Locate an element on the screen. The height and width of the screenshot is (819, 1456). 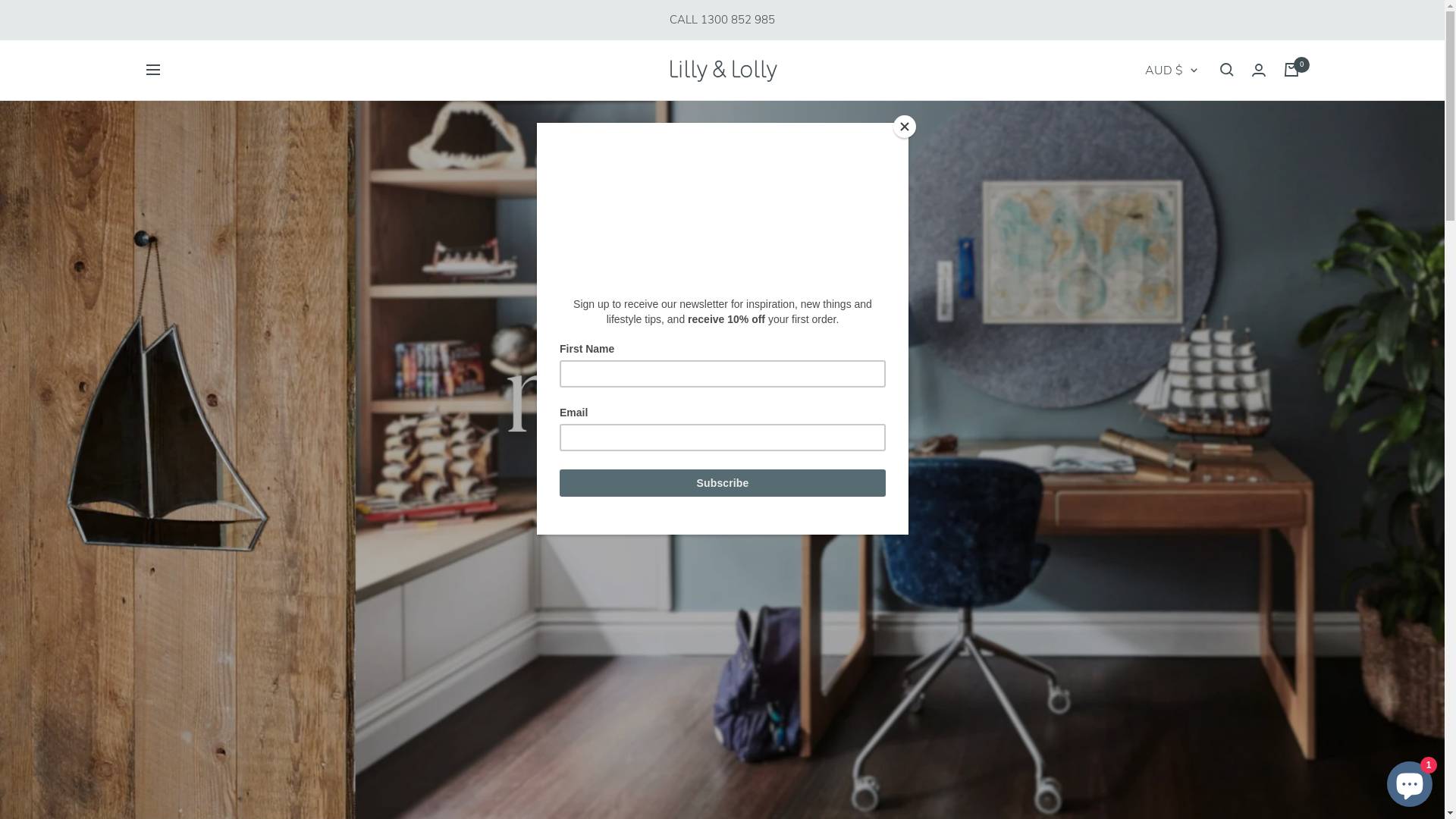
'Navigation' is located at coordinates (152, 70).